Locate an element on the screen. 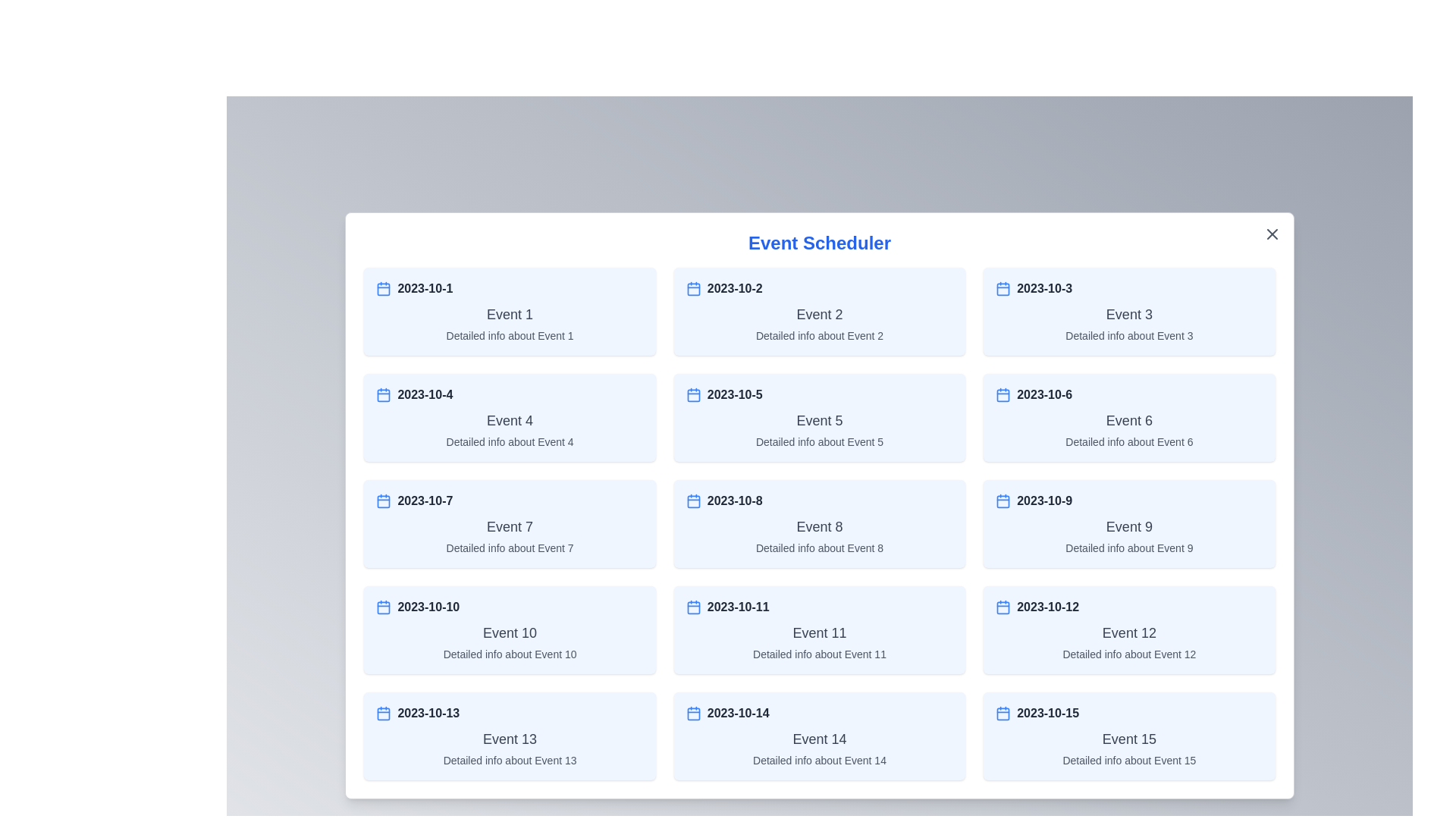 Image resolution: width=1456 pixels, height=819 pixels. the close button to close the dialog is located at coordinates (1272, 234).